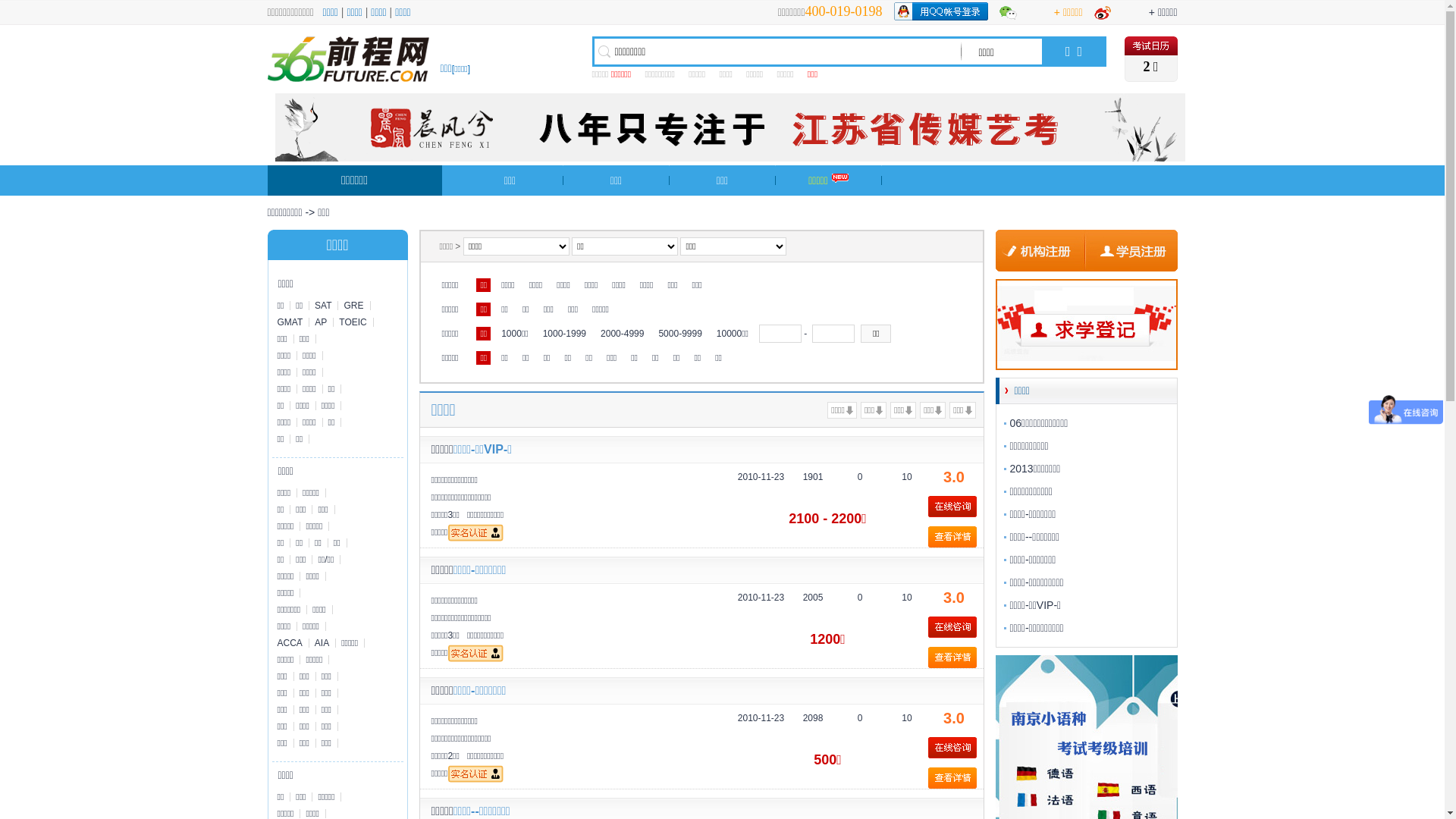 This screenshot has width=1456, height=819. I want to click on 'ACCA', so click(290, 643).